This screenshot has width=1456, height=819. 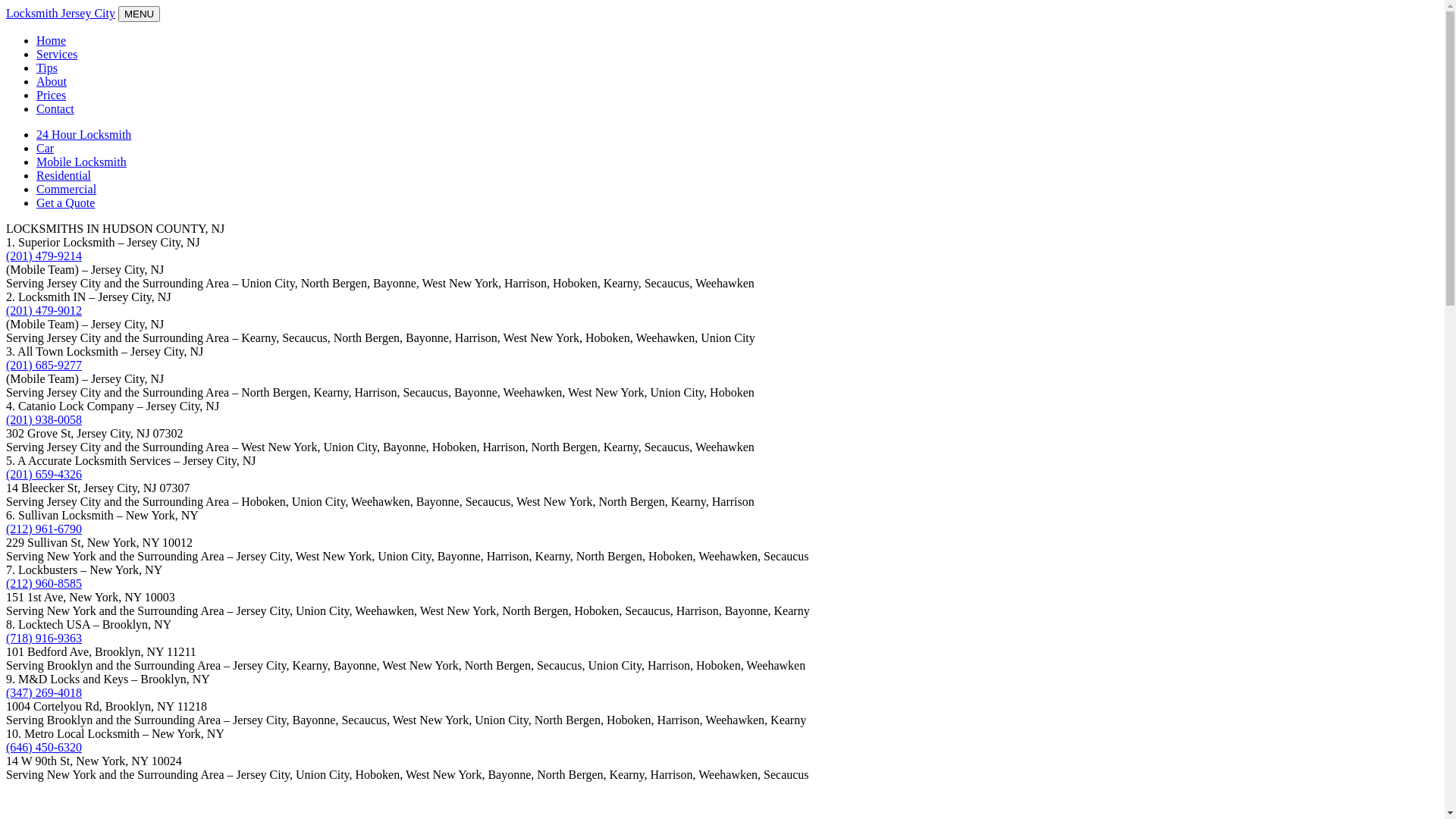 I want to click on '(718) 916-9363', so click(x=43, y=638).